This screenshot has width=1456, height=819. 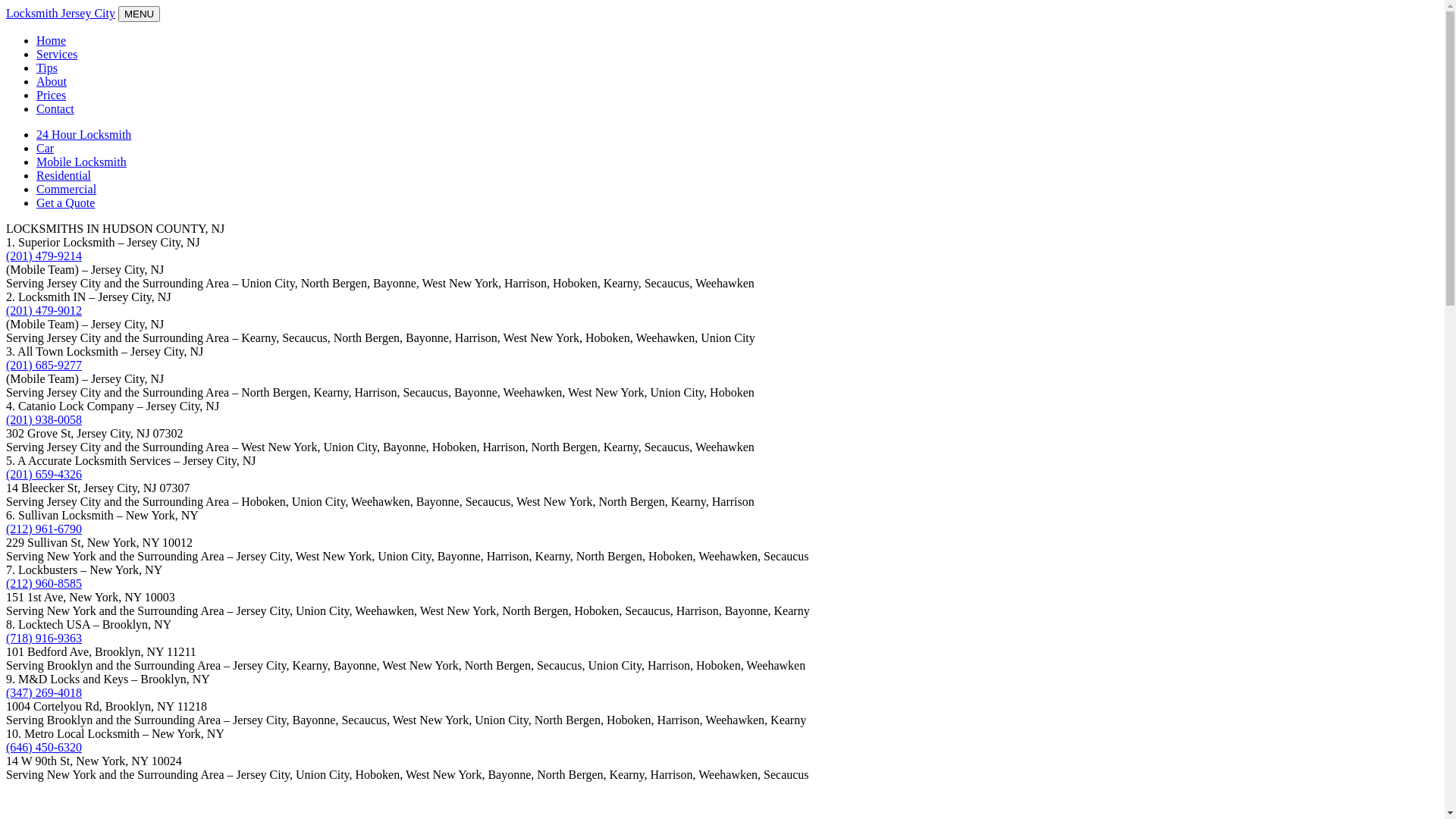 I want to click on '(718) 916-9363', so click(x=43, y=638).